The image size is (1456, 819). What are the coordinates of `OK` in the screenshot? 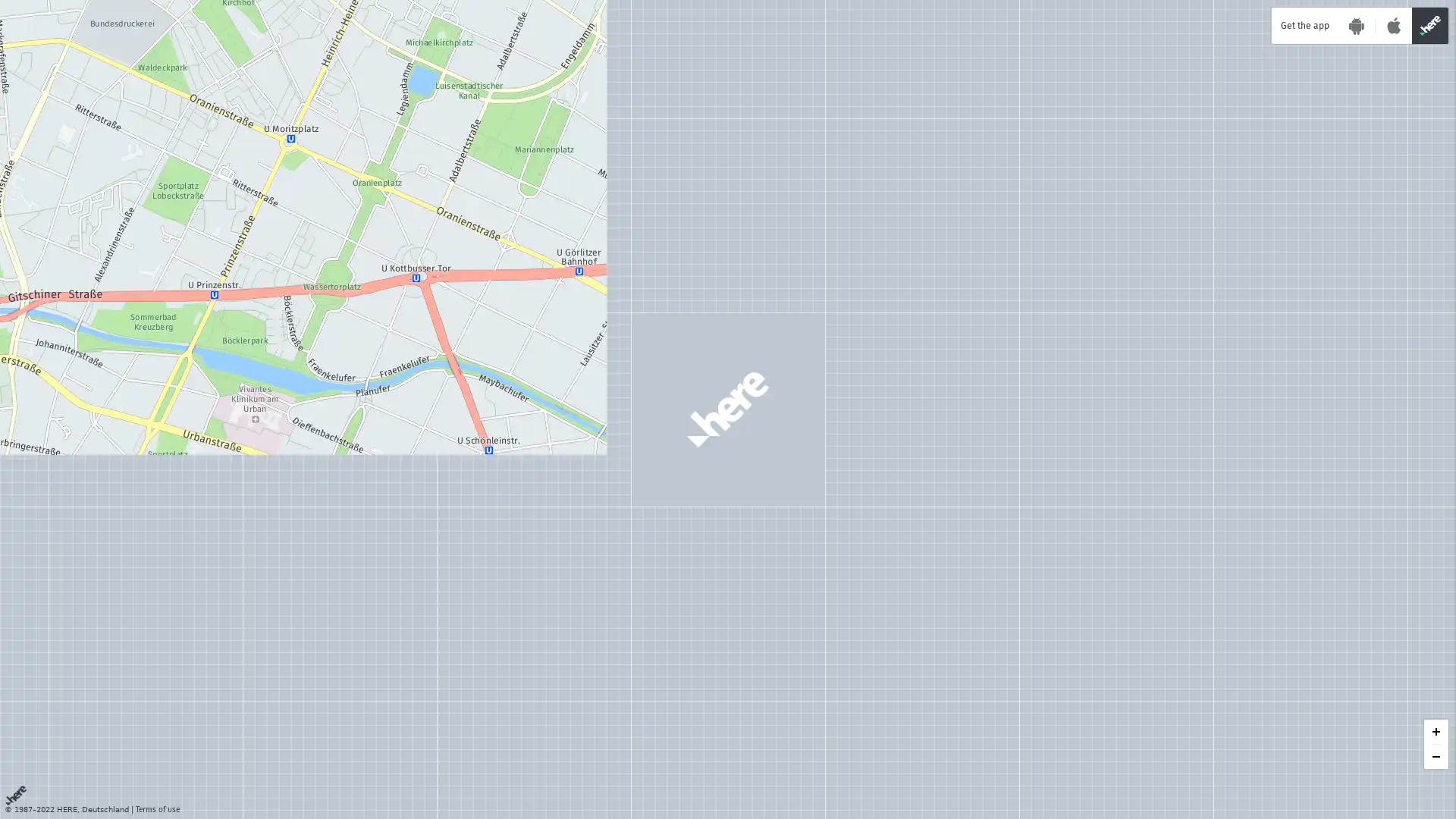 It's located at (226, 792).